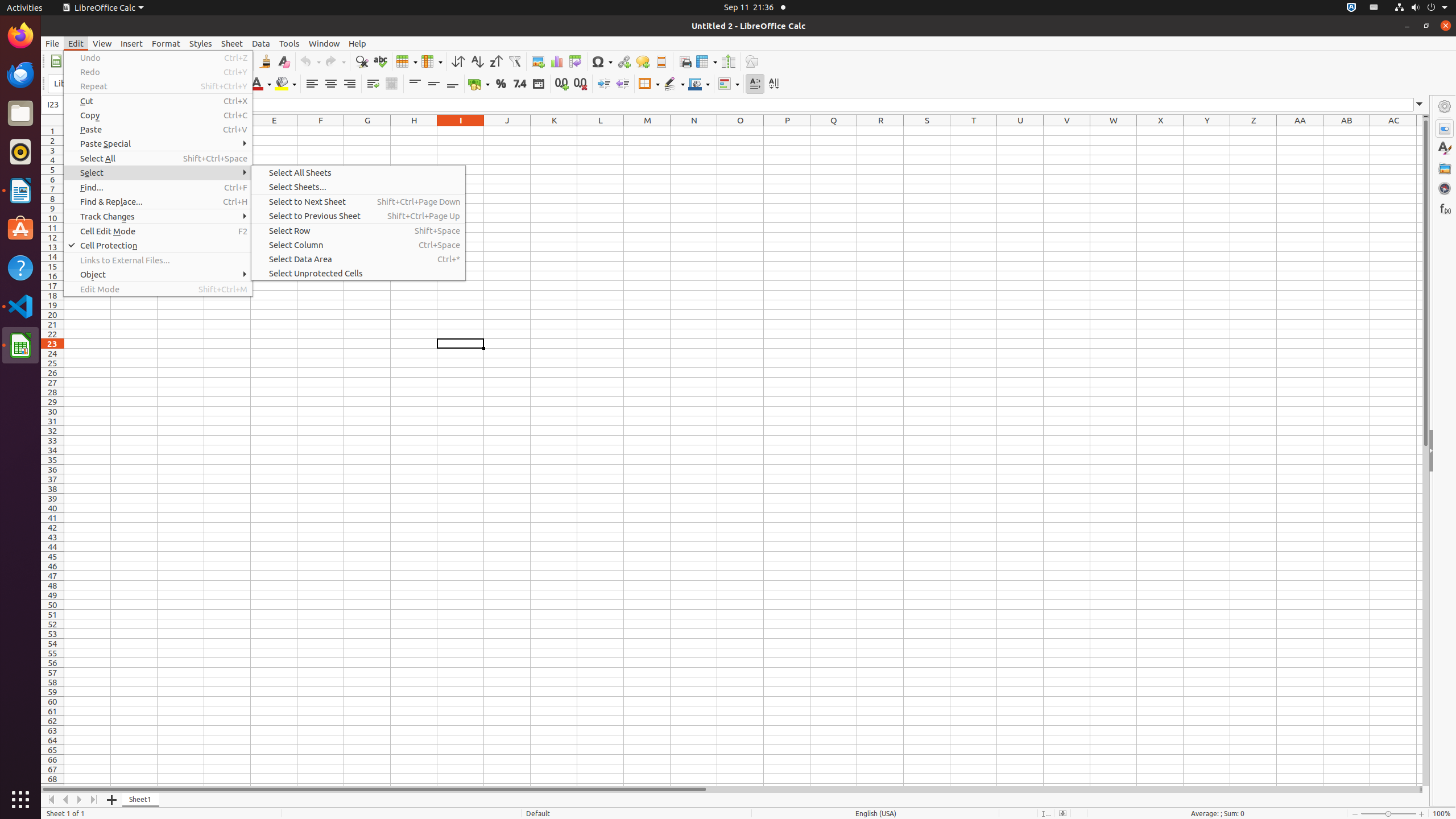 This screenshot has height=819, width=1456. I want to click on 'V1', so click(1066, 130).